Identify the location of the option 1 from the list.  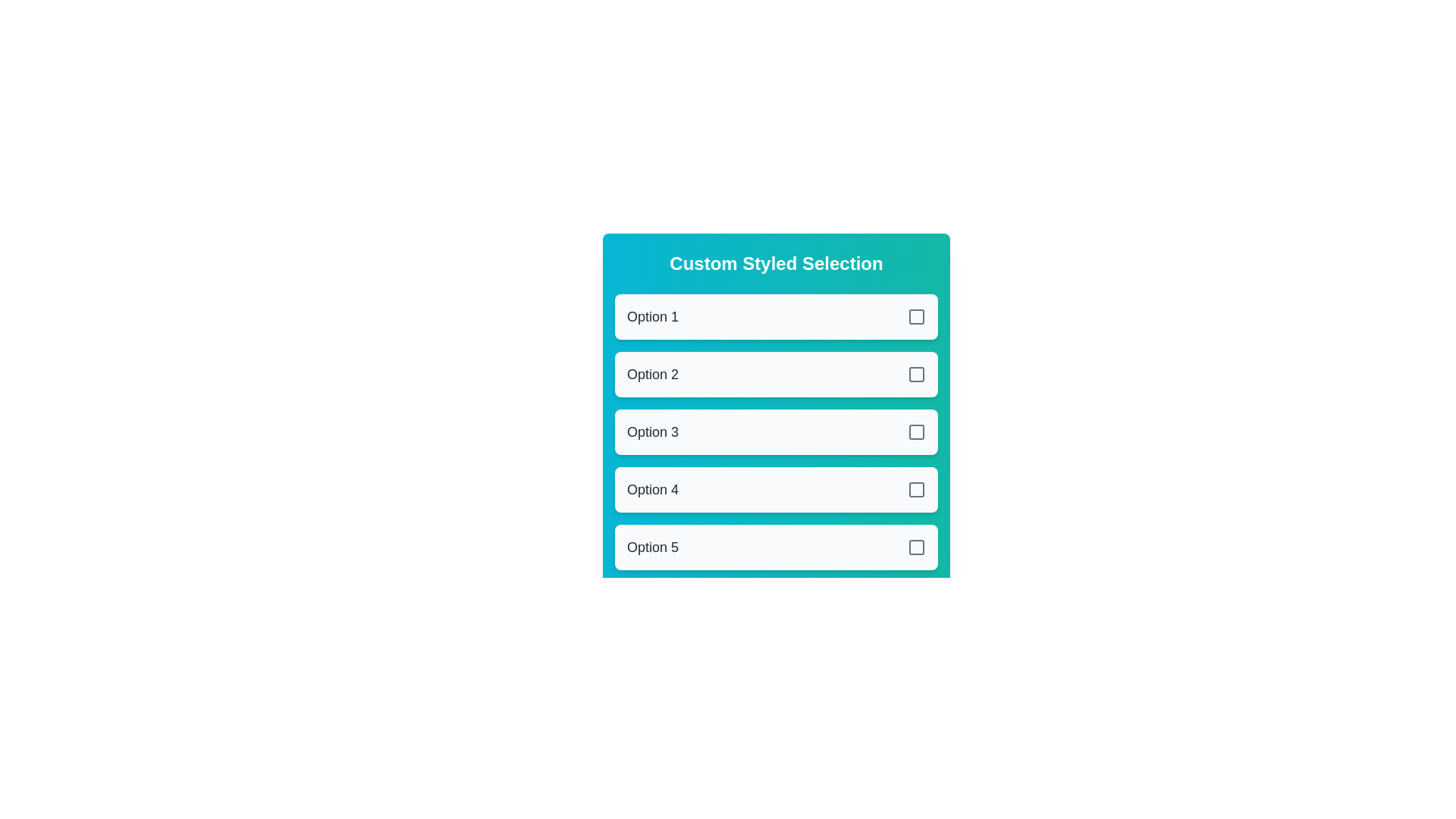
(776, 315).